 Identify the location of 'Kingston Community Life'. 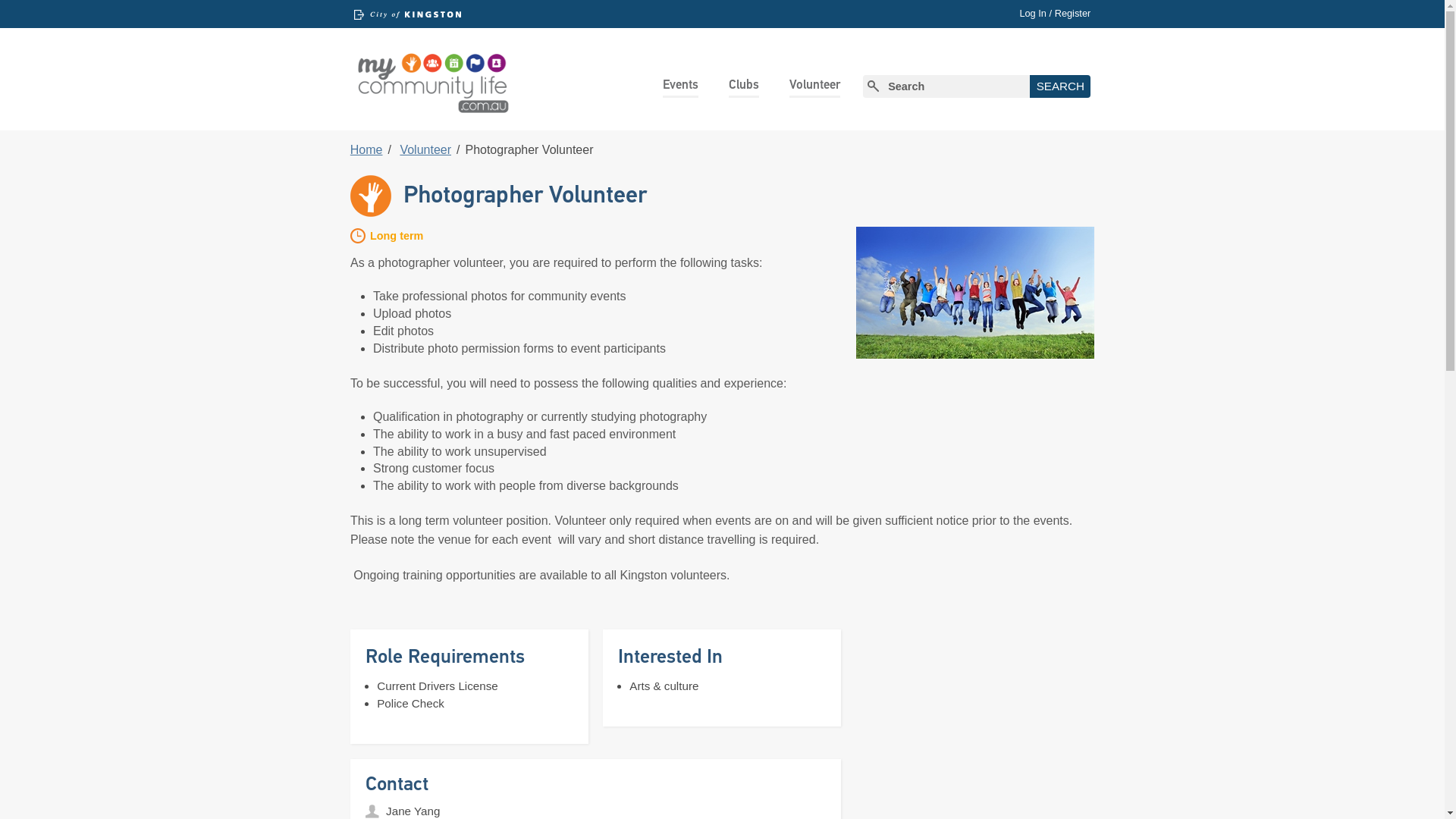
(431, 80).